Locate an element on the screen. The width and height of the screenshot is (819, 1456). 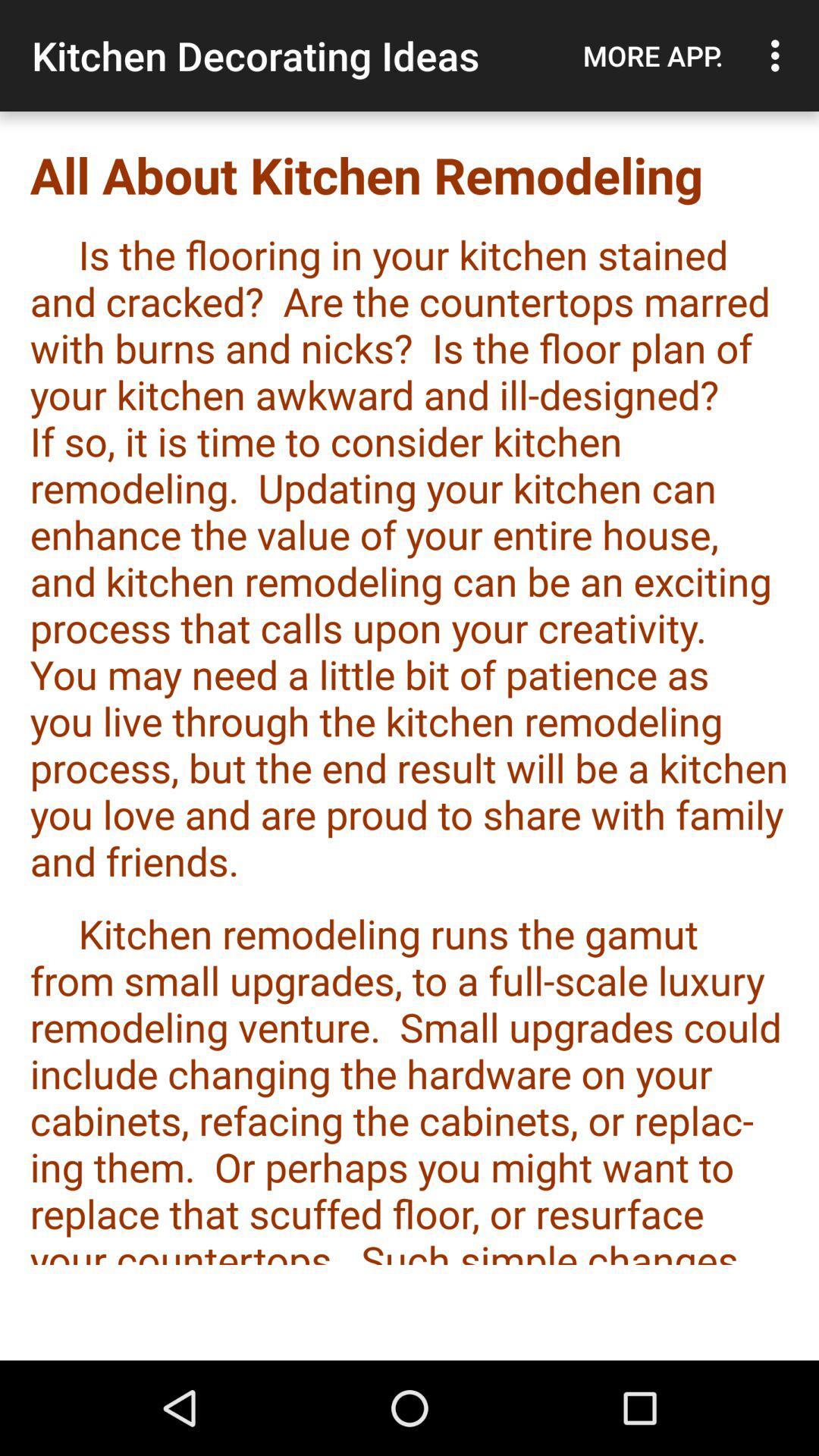
item next to the more app. icon is located at coordinates (779, 55).